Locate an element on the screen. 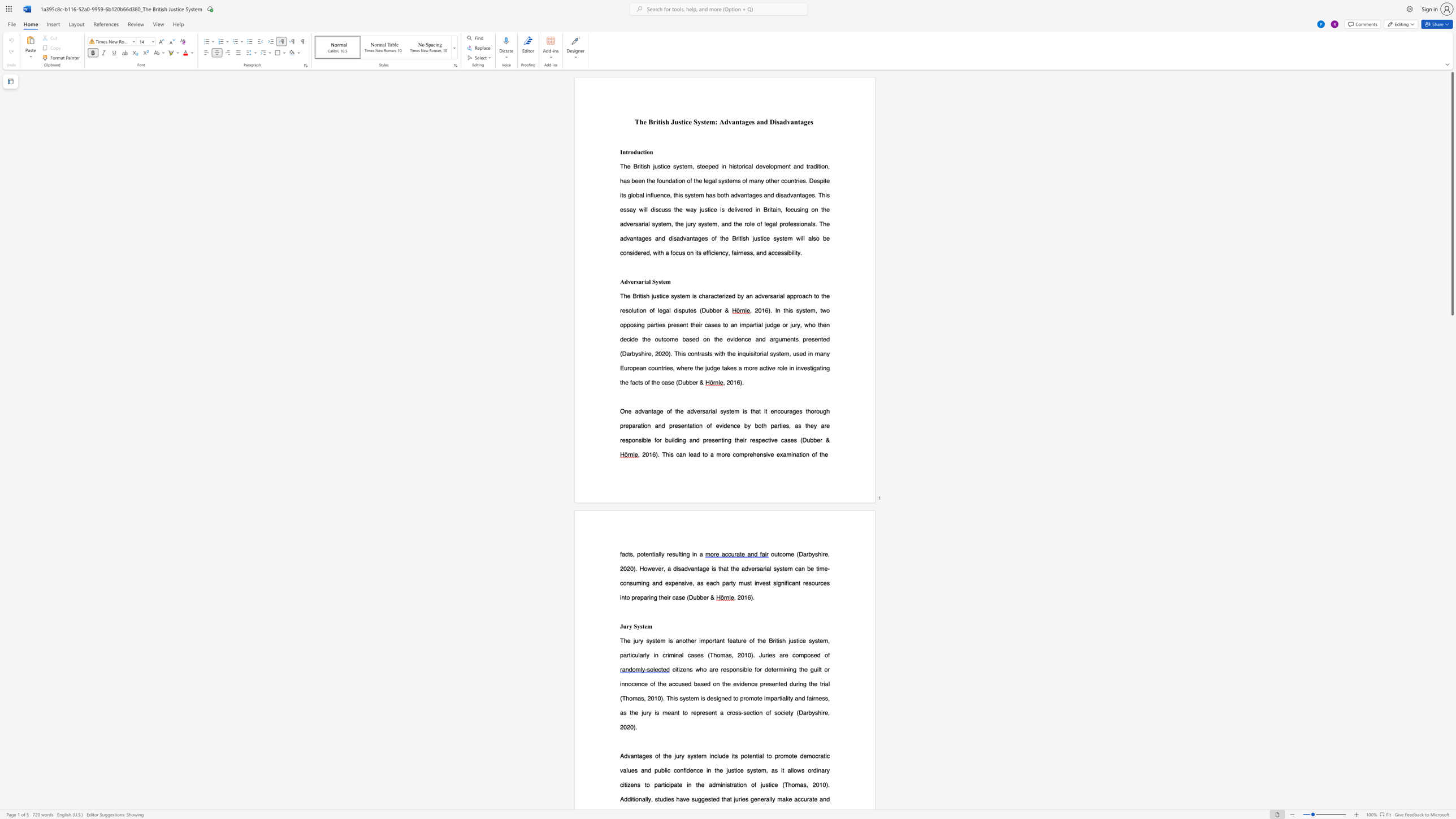 The height and width of the screenshot is (819, 1456). the subset text "it allows ordinary citizens" within the text "Advantages of the jury system include its potential to promote democratic values and public confidence in the justice system, as it allows ordinary citizens to" is located at coordinates (781, 770).